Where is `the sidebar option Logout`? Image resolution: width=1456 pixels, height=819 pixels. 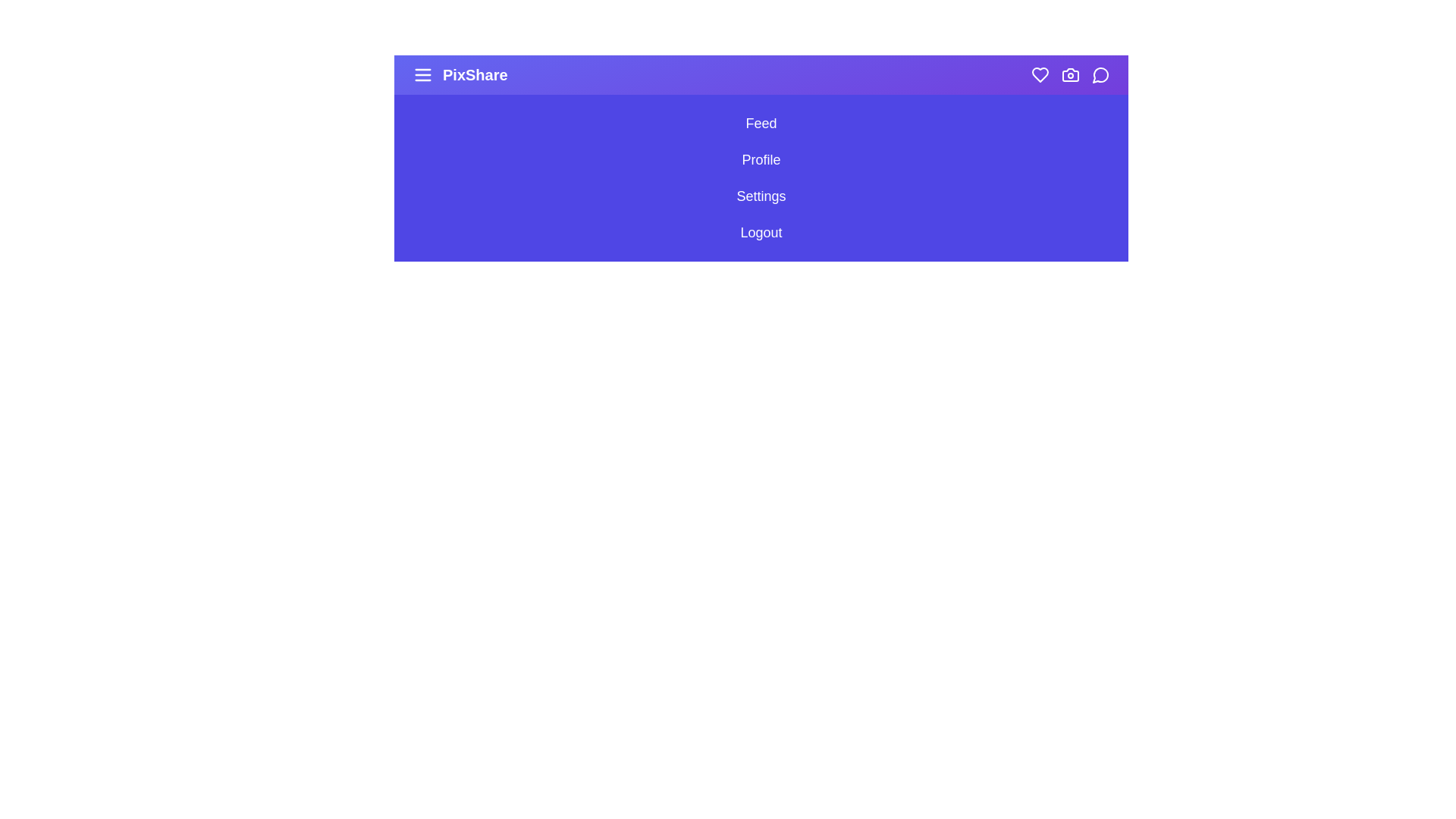
the sidebar option Logout is located at coordinates (761, 233).